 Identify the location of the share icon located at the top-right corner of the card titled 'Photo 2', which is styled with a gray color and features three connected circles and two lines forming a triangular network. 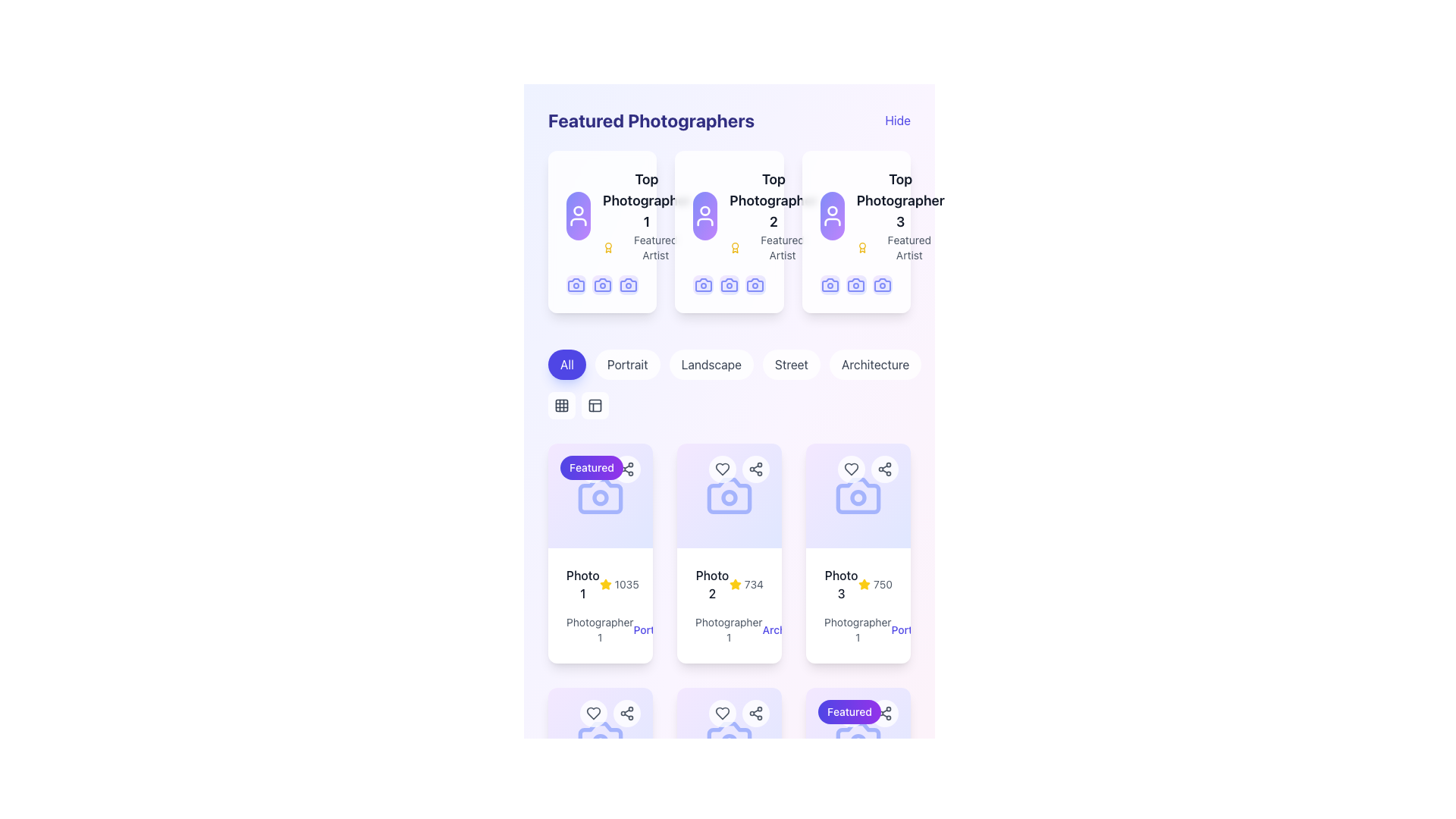
(756, 468).